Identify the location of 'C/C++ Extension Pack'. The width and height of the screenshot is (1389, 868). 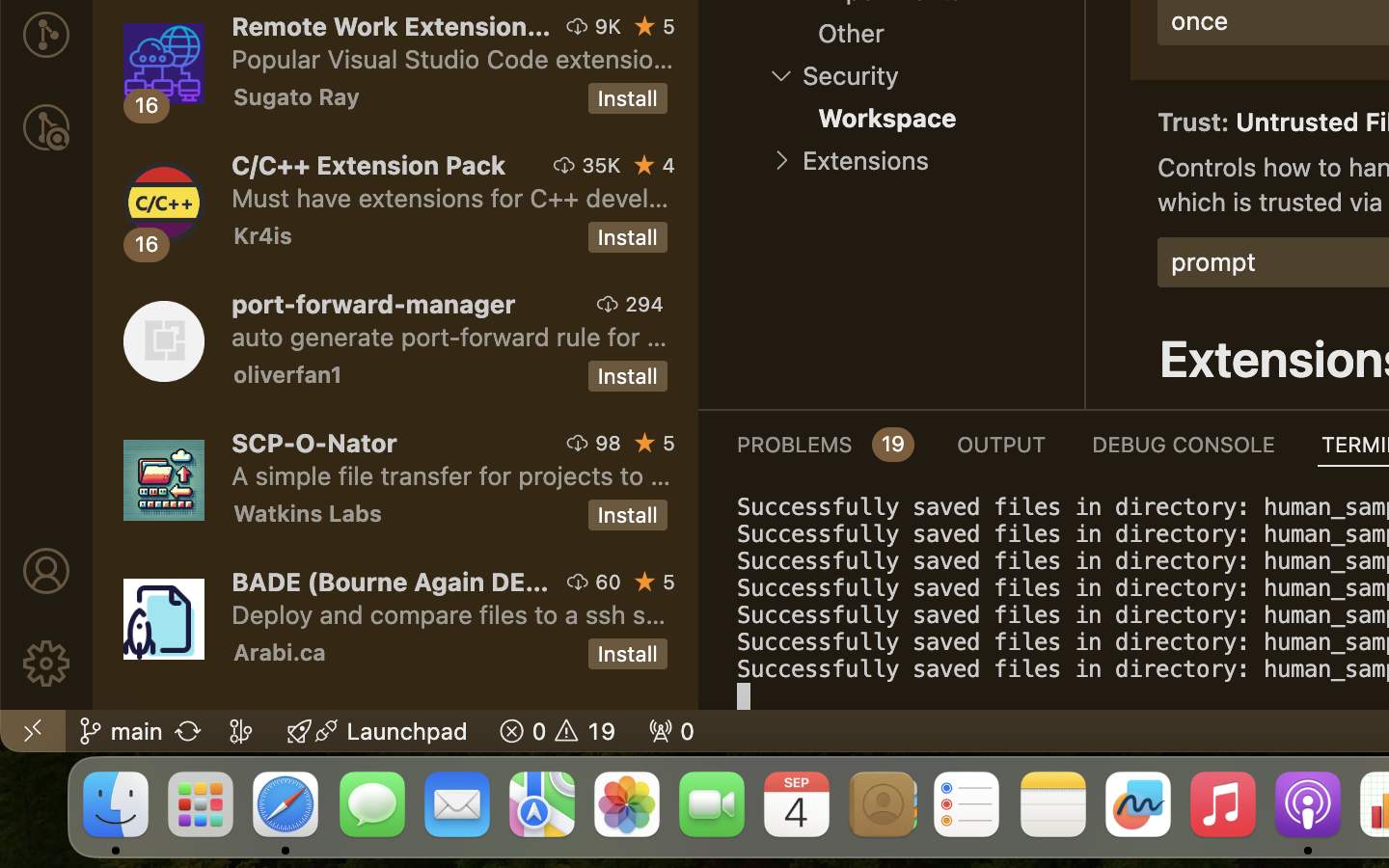
(368, 165).